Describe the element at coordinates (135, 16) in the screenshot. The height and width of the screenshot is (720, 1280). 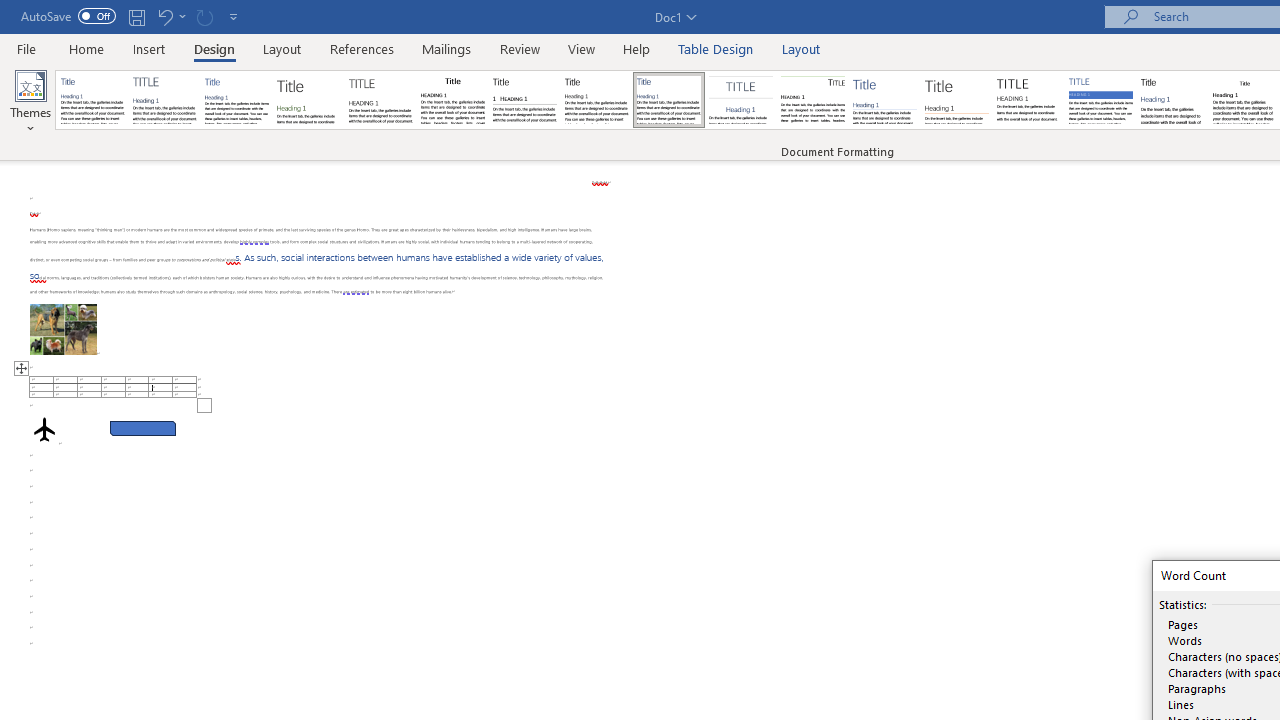
I see `'Save'` at that location.